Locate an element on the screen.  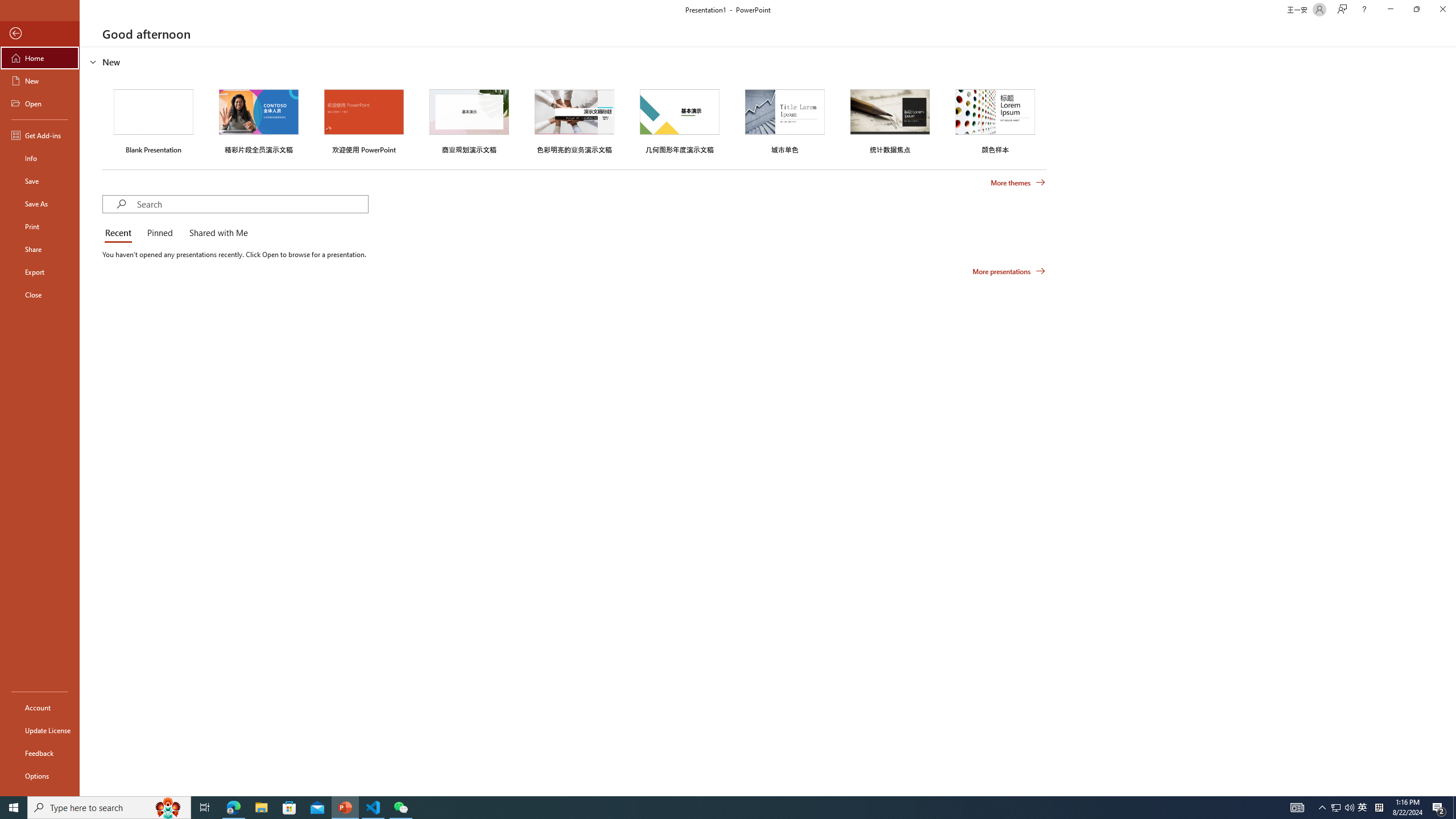
'Export' is located at coordinates (39, 272).